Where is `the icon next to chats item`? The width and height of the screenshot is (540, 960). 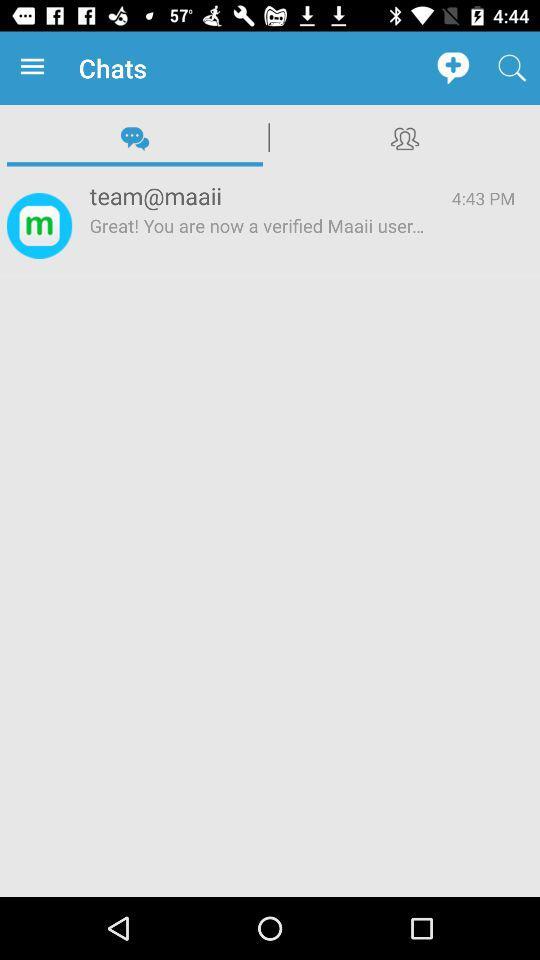
the icon next to chats item is located at coordinates (36, 68).